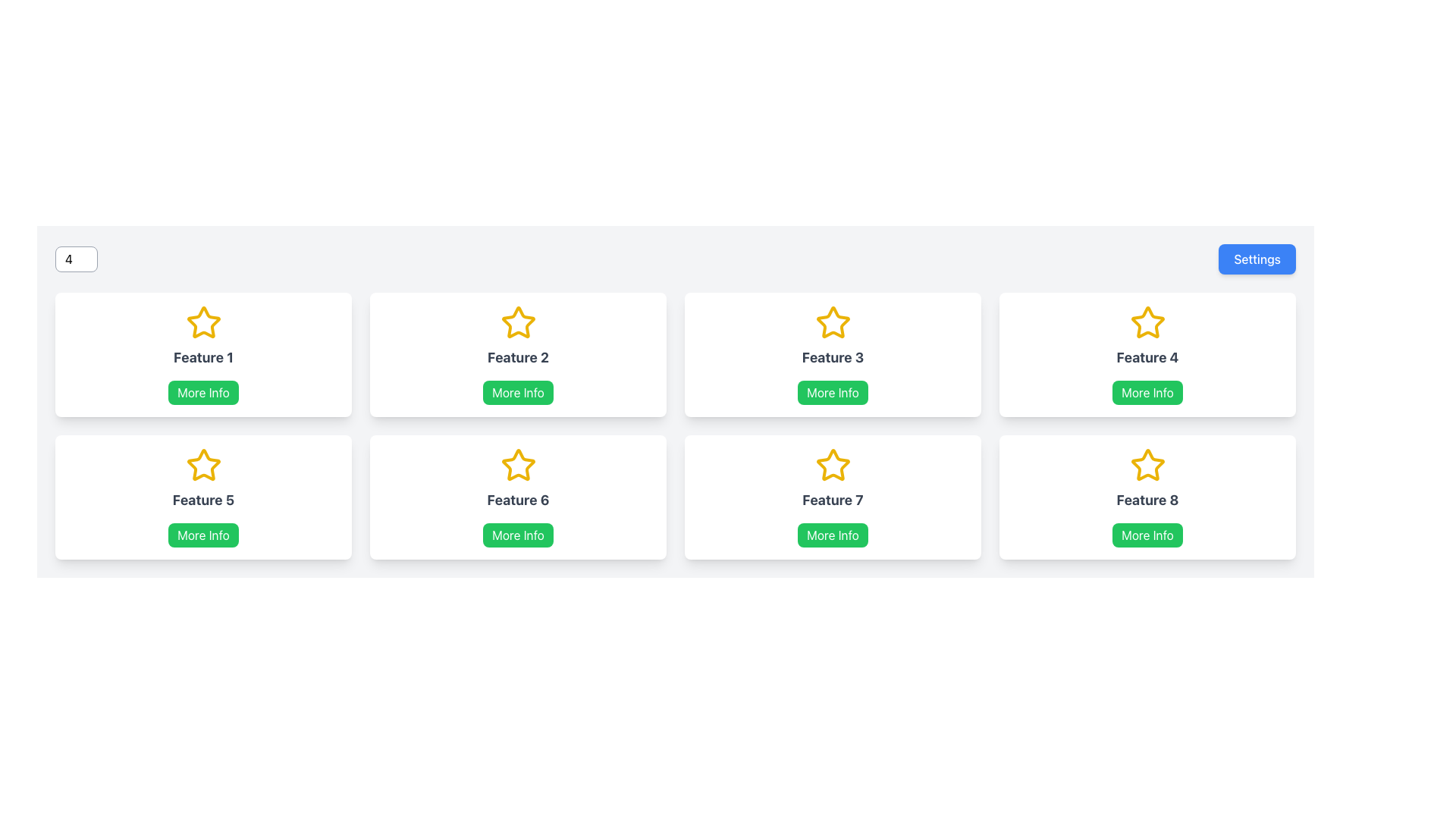  I want to click on the feature marker icon for 'Feature 2' located at the top-center of the white card in the second position of the first row of the grid layout, directly above the 'More Info' button, so click(518, 322).